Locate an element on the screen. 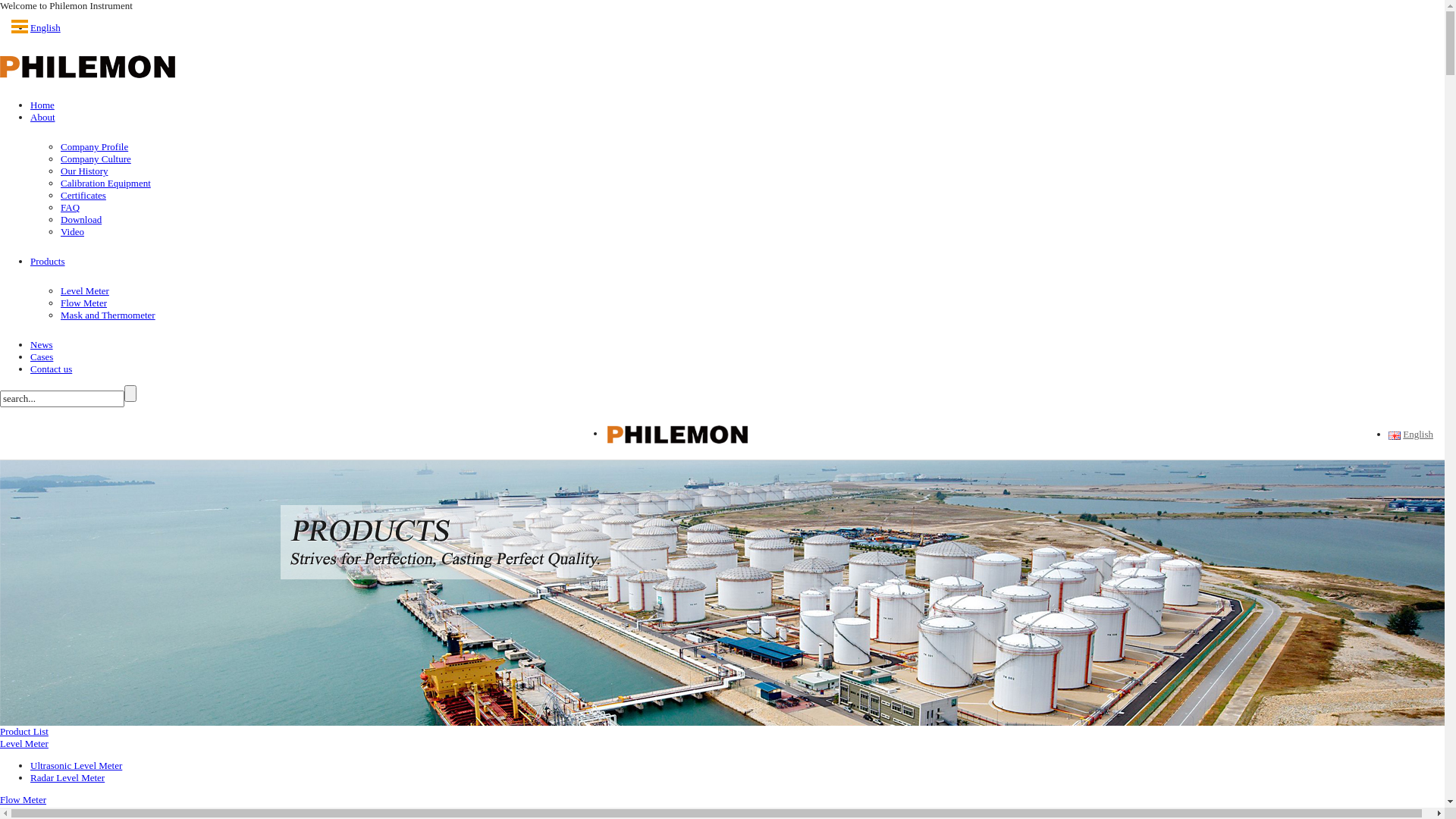 The height and width of the screenshot is (819, 1456). 'Philemon Instrument' is located at coordinates (86, 64).